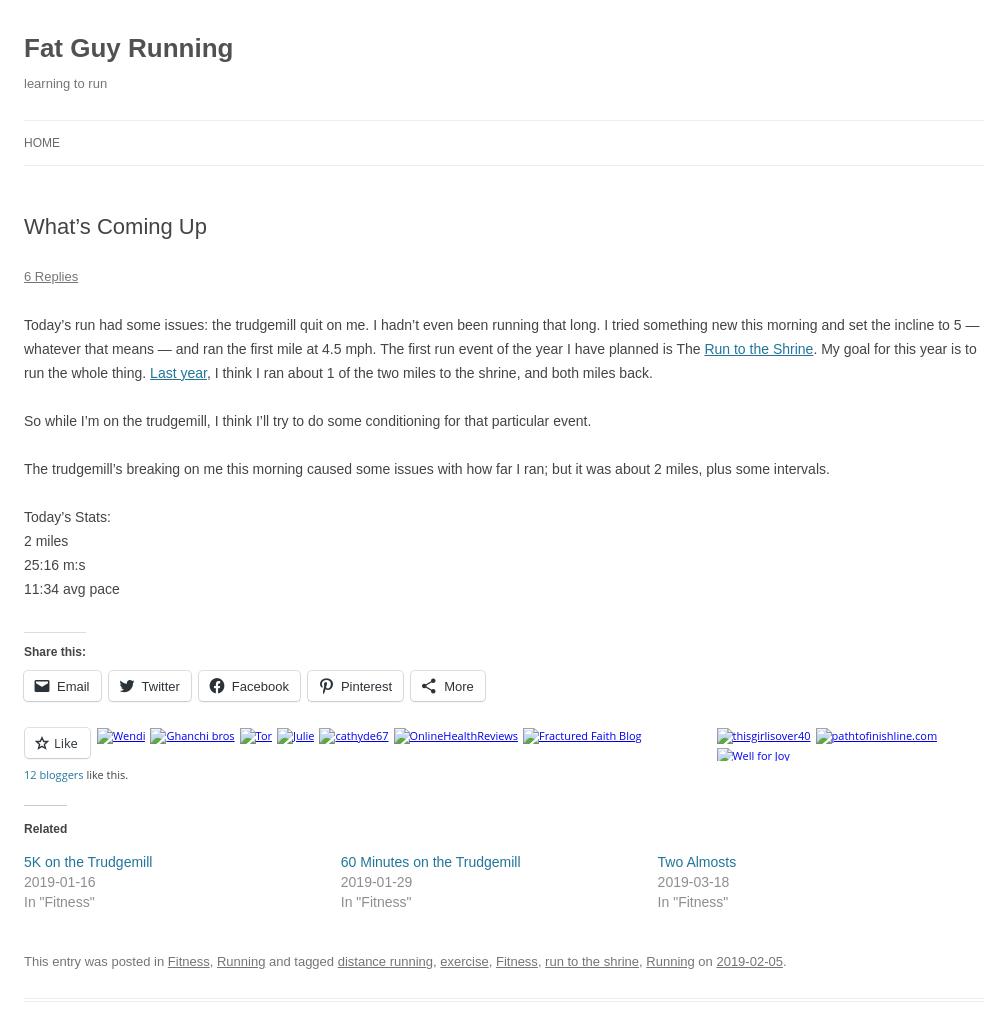 This screenshot has width=1008, height=1032. I want to click on 'Share this:', so click(55, 649).